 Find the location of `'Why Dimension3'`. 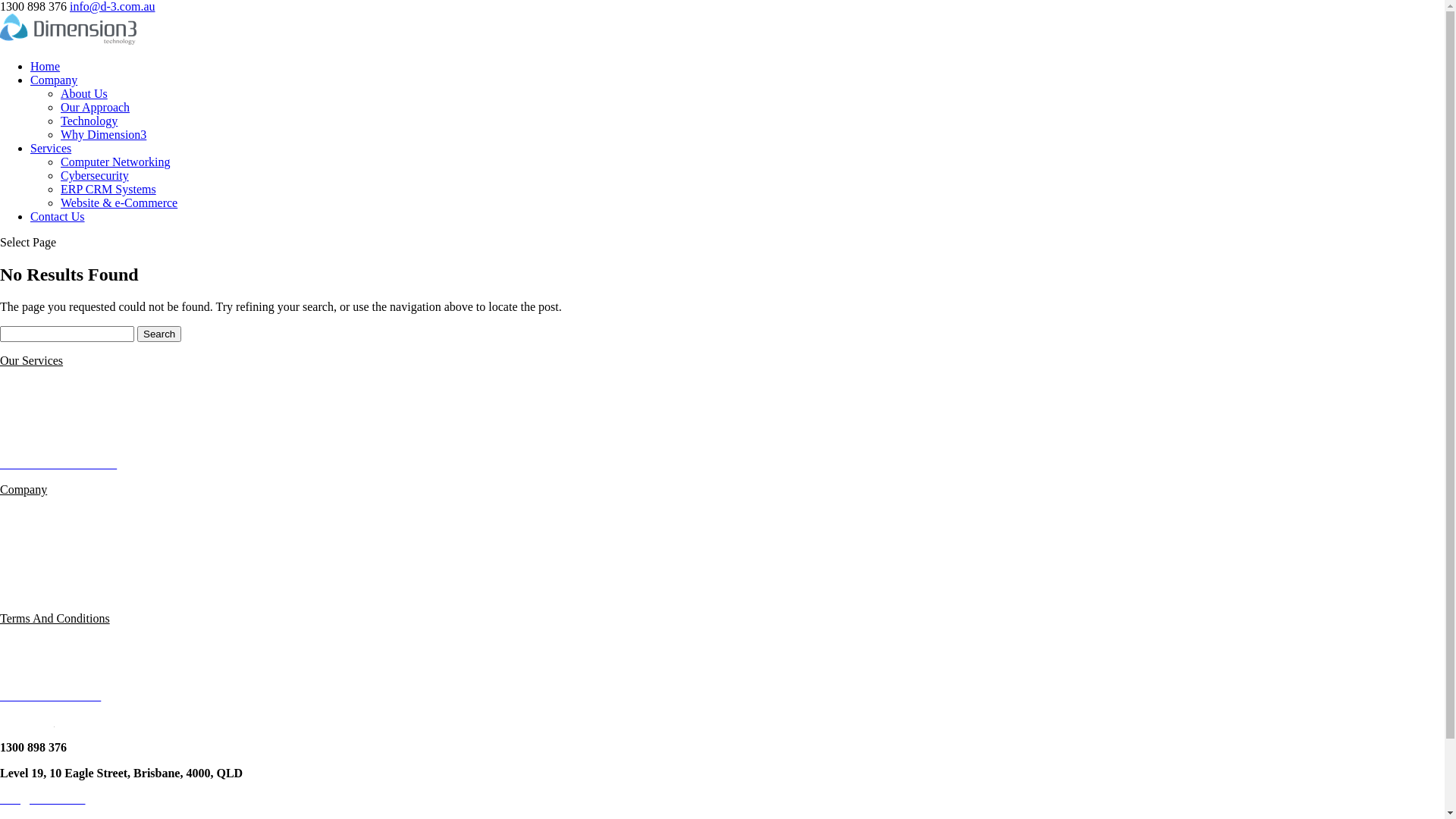

'Why Dimension3' is located at coordinates (61, 133).